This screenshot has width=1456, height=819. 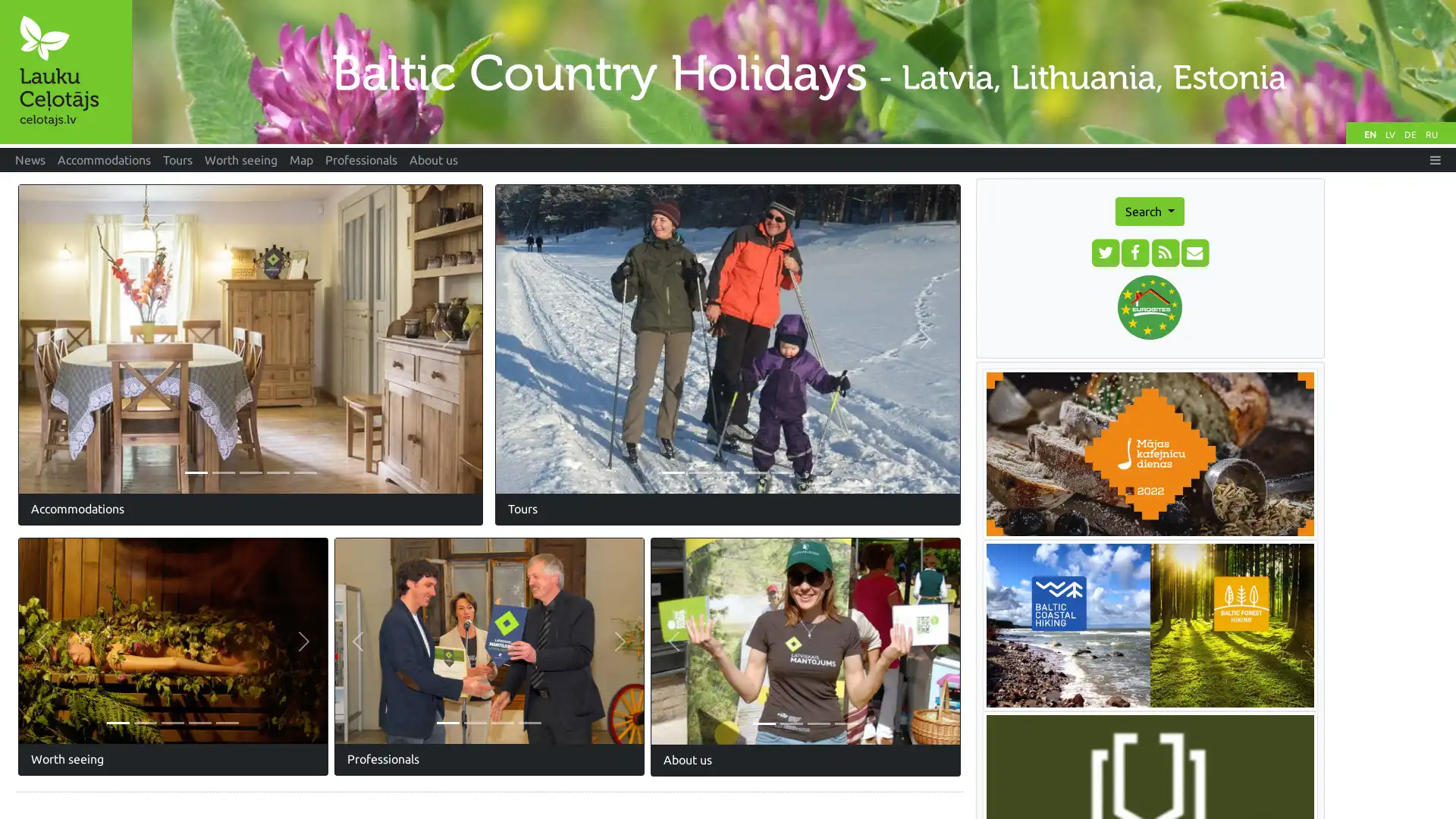 I want to click on Previous, so click(x=53, y=337).